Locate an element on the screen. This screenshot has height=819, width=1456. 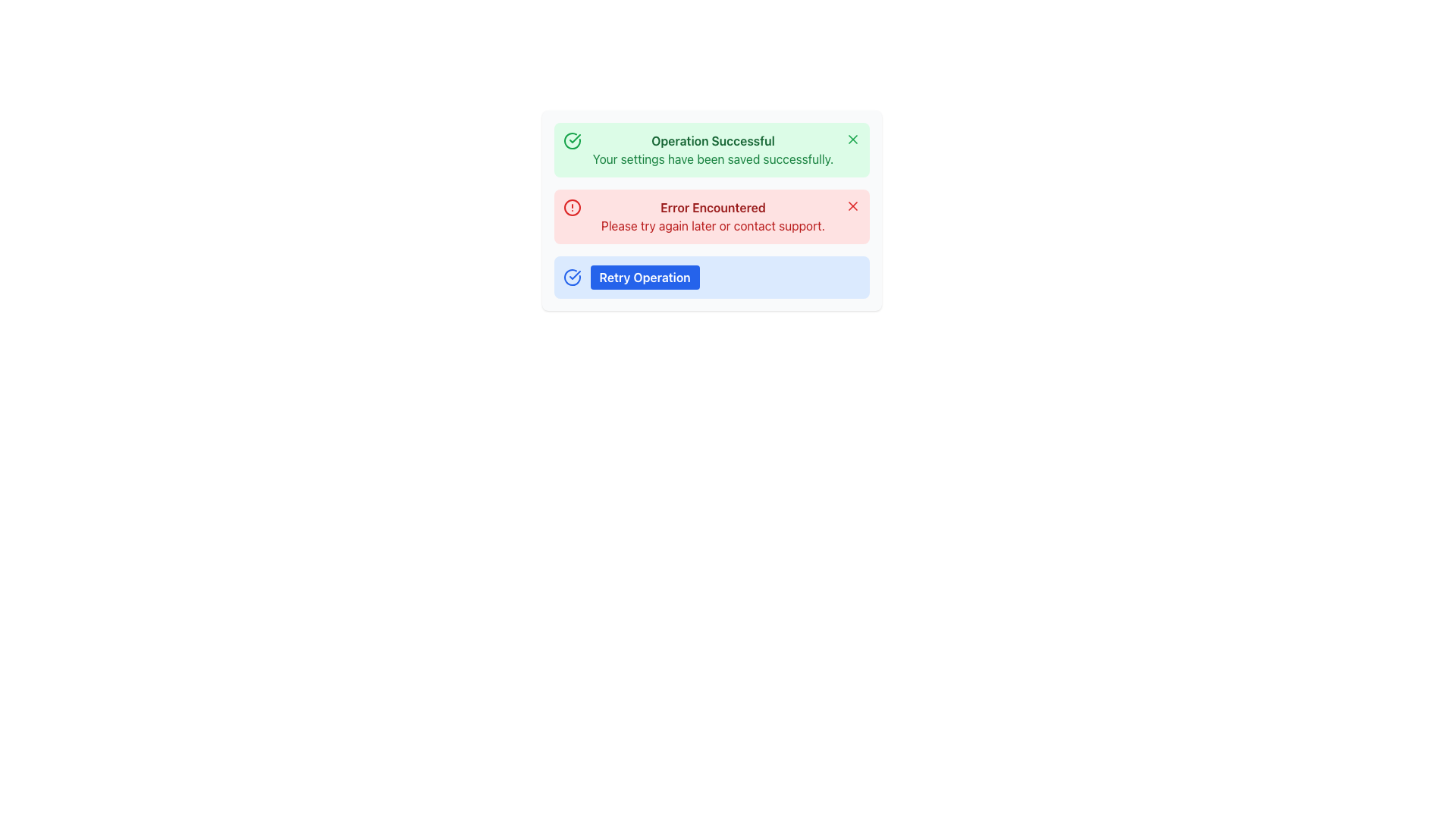
the static success message indicating that settings were saved, which is positioned below the heading 'Operation Successful' is located at coordinates (712, 158).